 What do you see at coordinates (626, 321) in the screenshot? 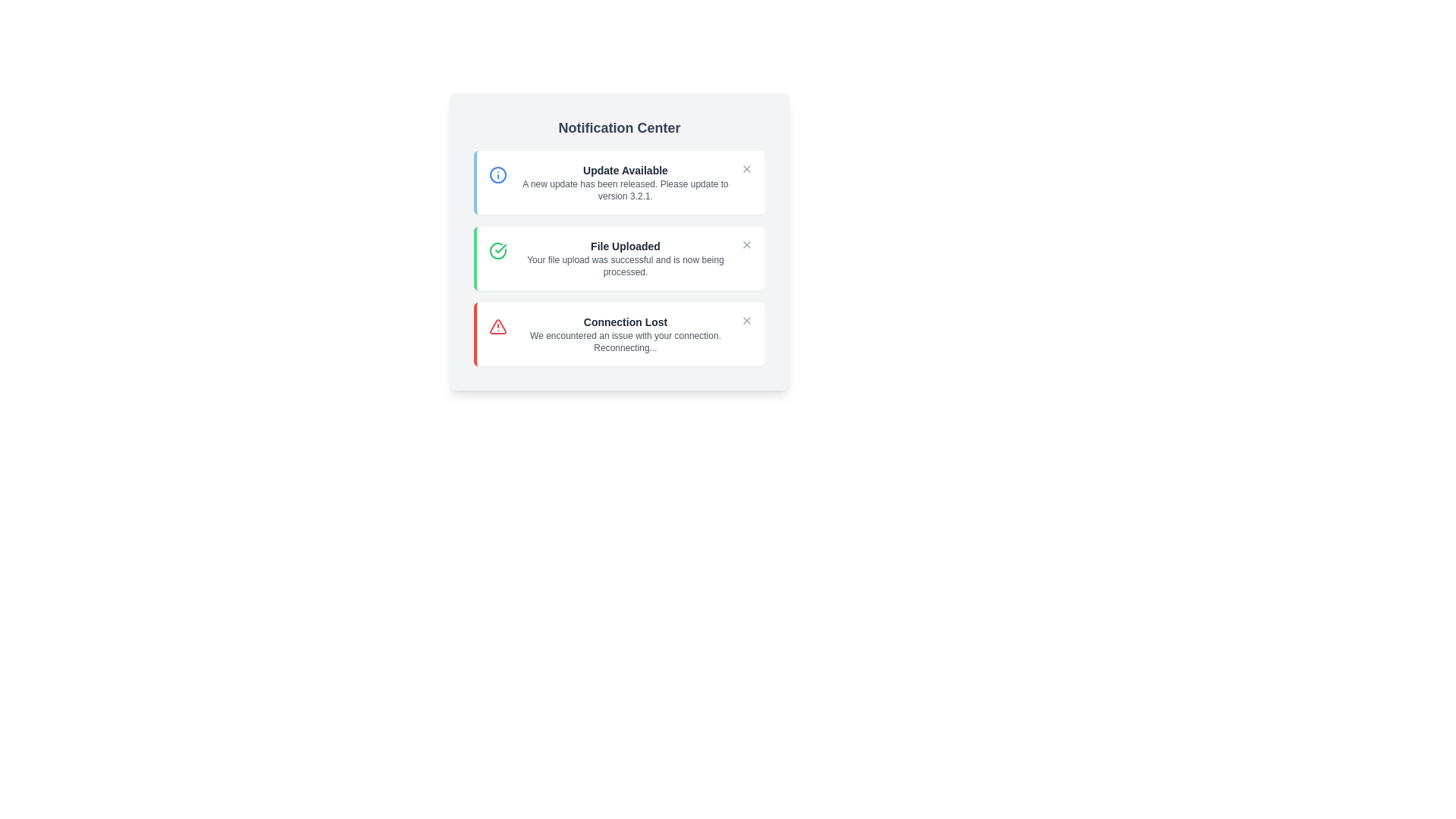
I see `the notification title indicating a lost connection in the Notification Center, specifically located in the third message box from the top` at bounding box center [626, 321].